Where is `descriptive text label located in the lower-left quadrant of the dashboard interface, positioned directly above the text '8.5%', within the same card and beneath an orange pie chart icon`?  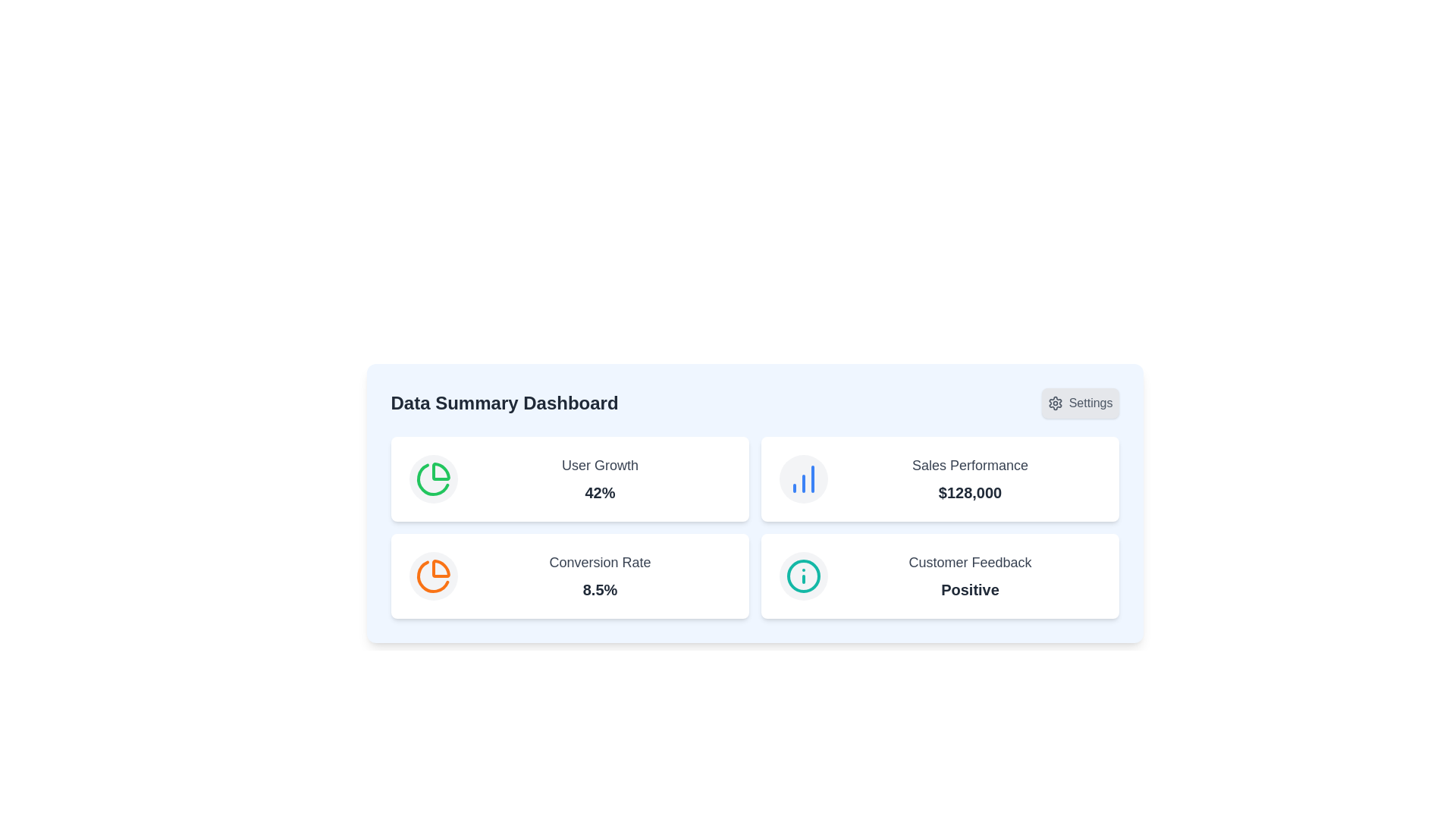
descriptive text label located in the lower-left quadrant of the dashboard interface, positioned directly above the text '8.5%', within the same card and beneath an orange pie chart icon is located at coordinates (599, 562).